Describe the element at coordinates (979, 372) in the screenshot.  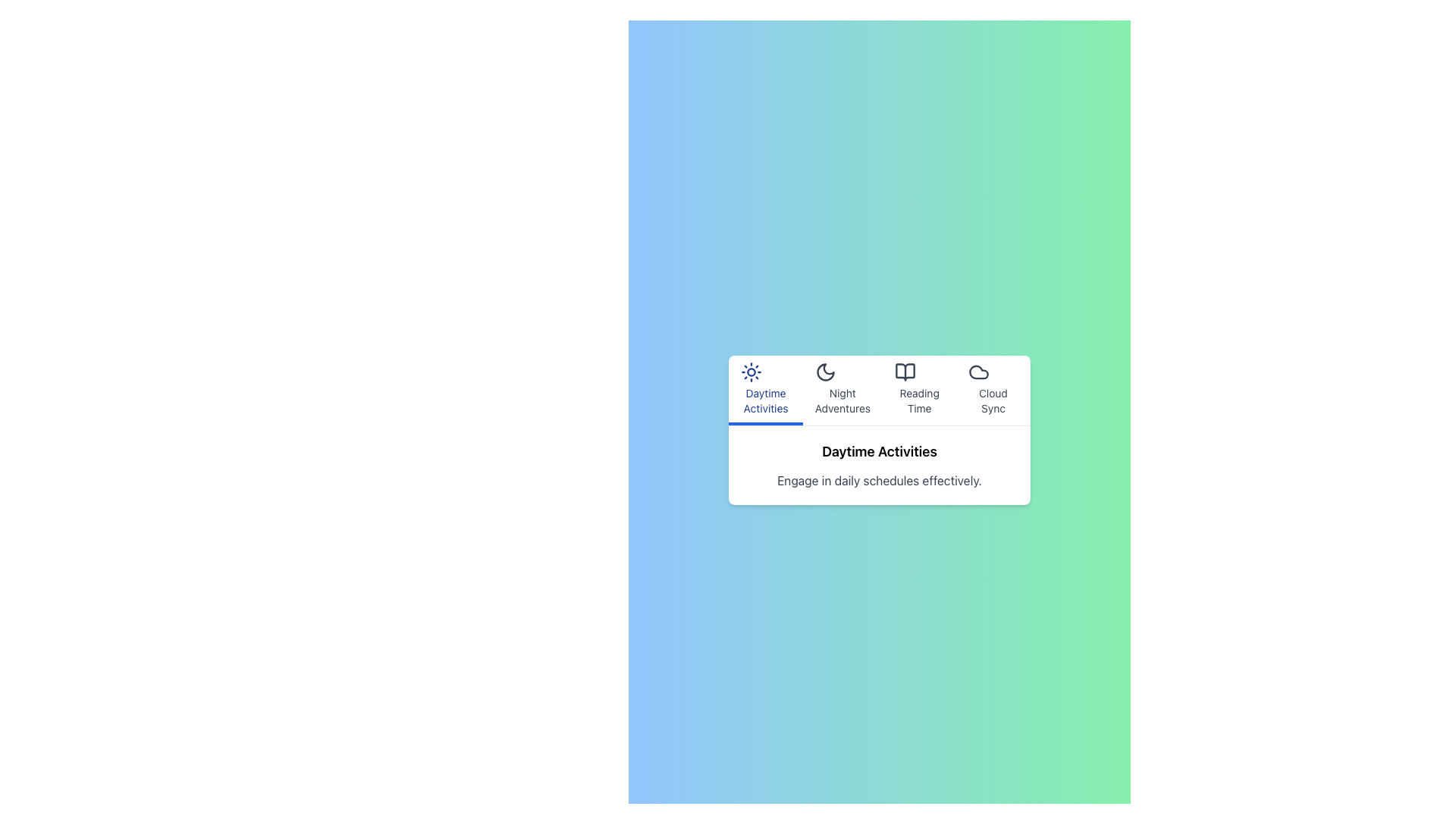
I see `the 'Cloud Sync' SVG Icon, which is the fourth icon in a navigation bar, used for synchronizing data via cloud services` at that location.